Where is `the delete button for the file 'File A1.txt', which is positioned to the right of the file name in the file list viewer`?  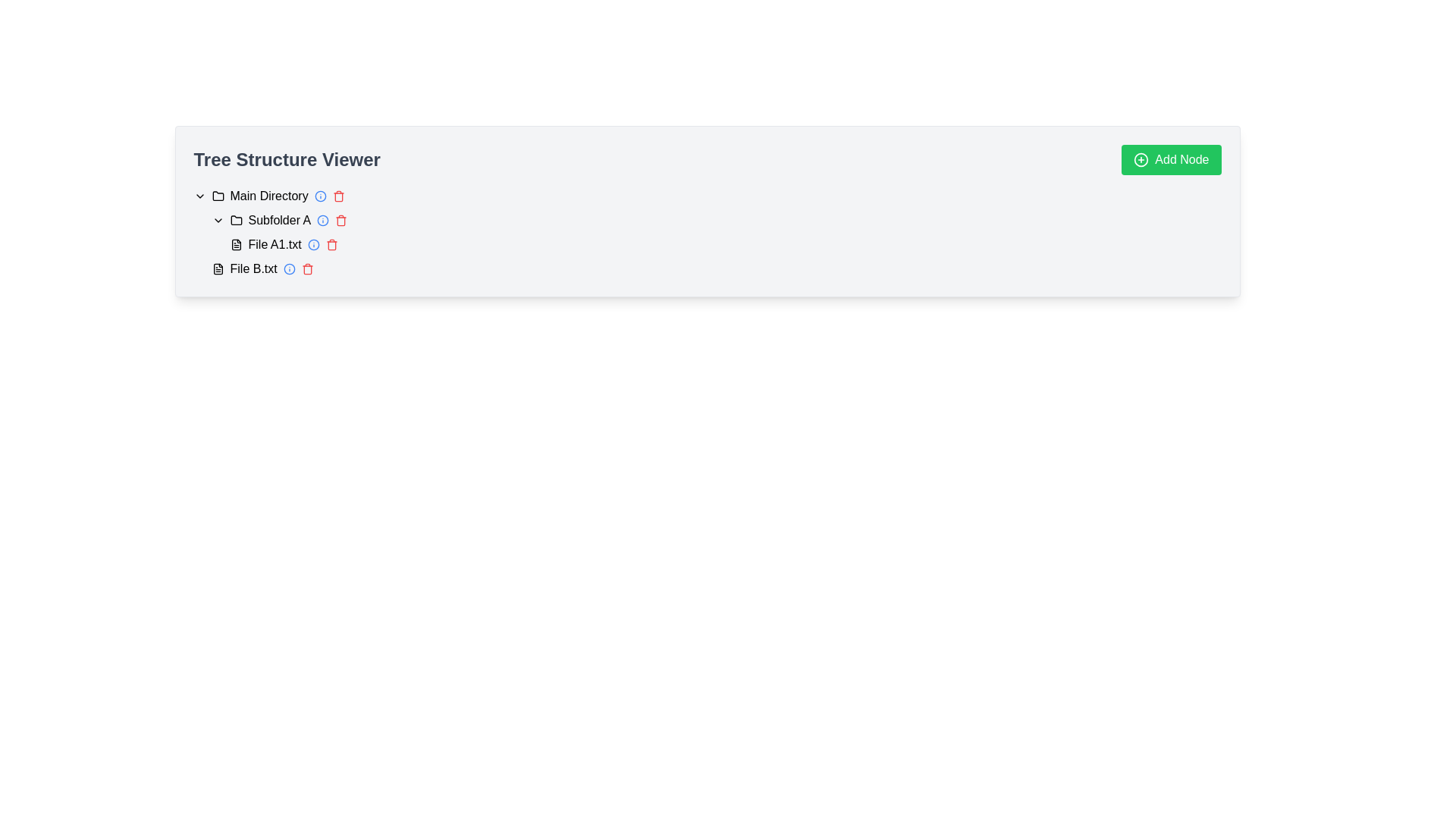 the delete button for the file 'File A1.txt', which is positioned to the right of the file name in the file list viewer is located at coordinates (331, 244).